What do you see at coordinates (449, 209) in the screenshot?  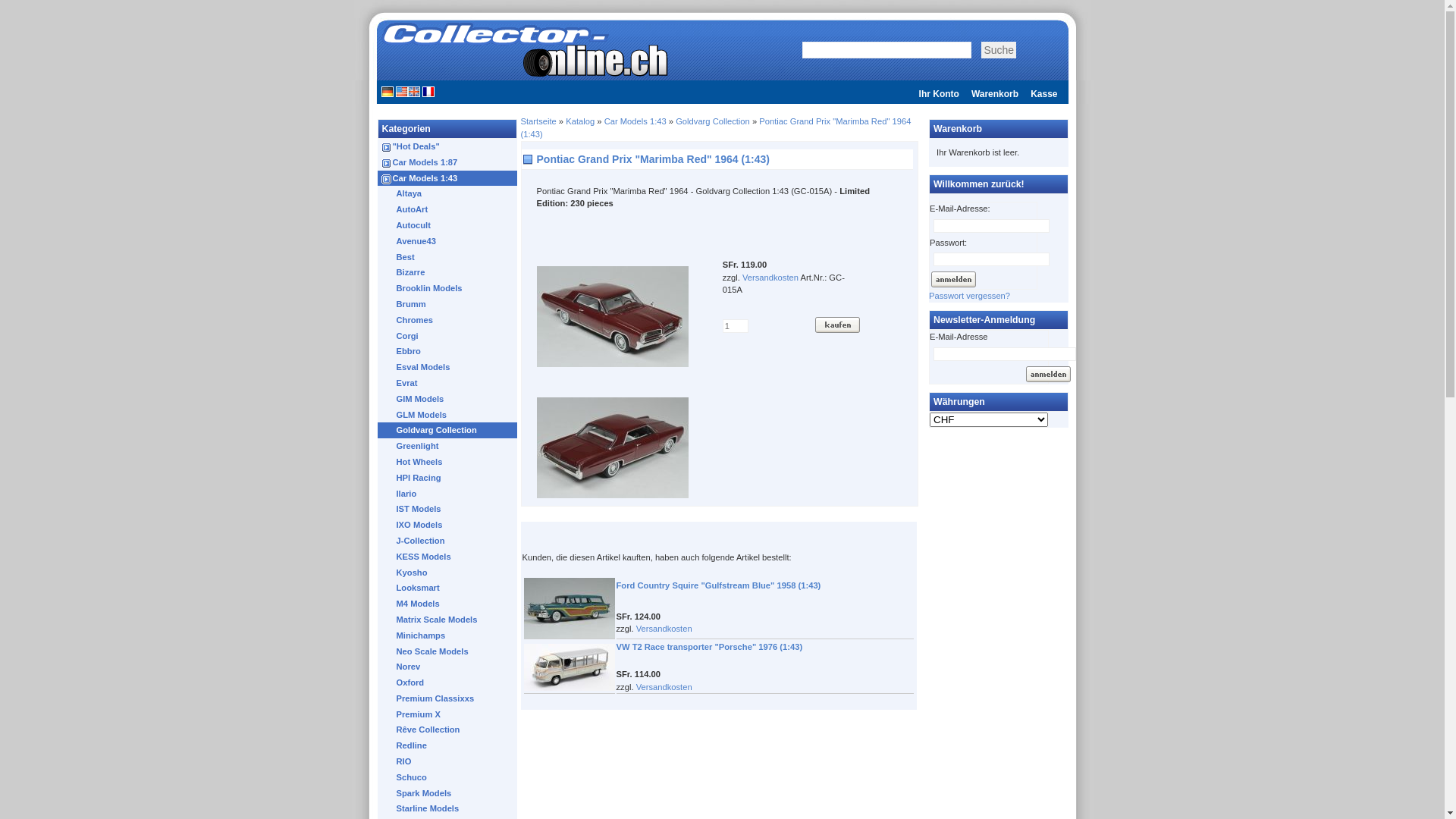 I see `'AutoArt'` at bounding box center [449, 209].